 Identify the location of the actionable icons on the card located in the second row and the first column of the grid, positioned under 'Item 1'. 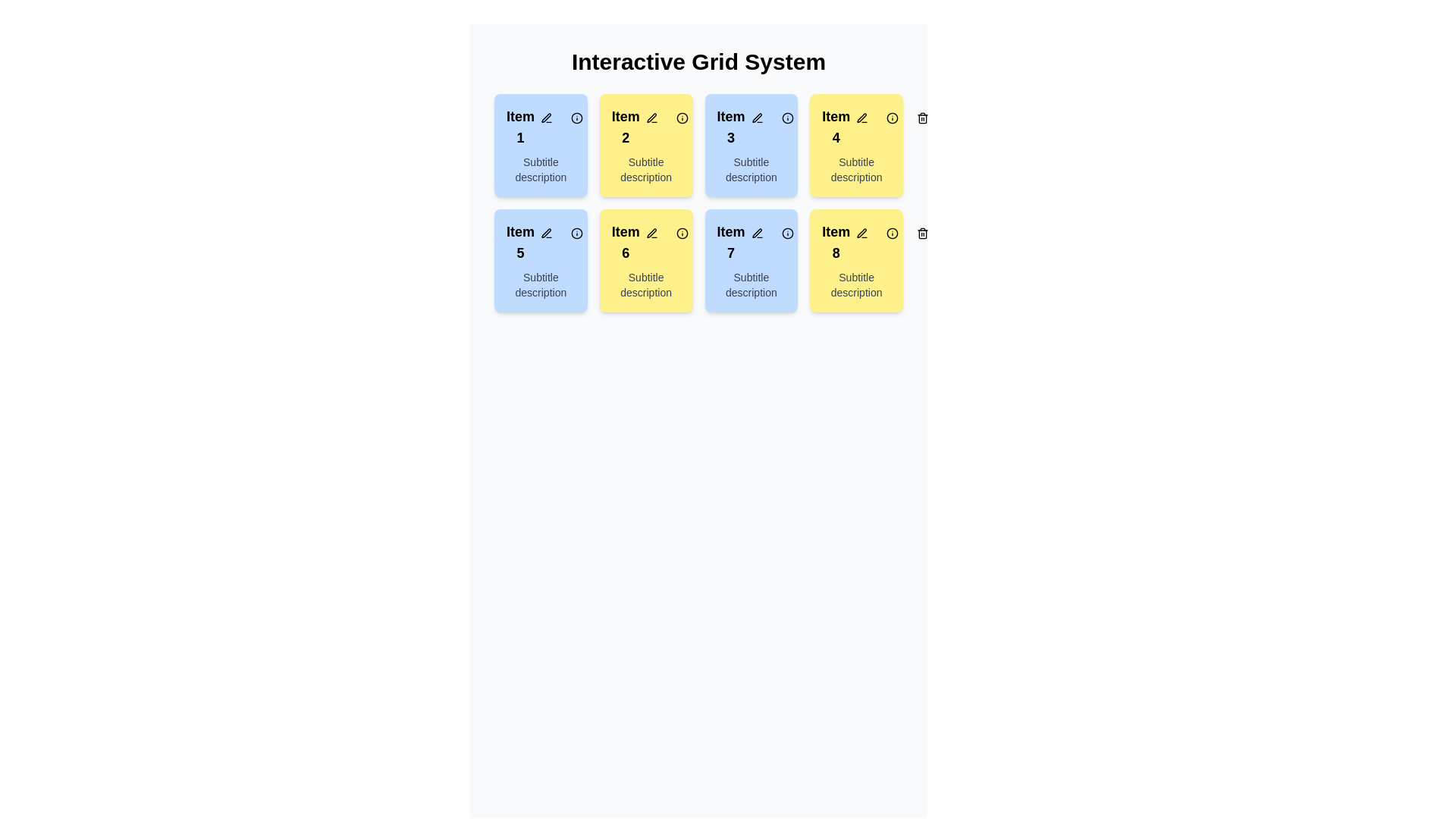
(541, 259).